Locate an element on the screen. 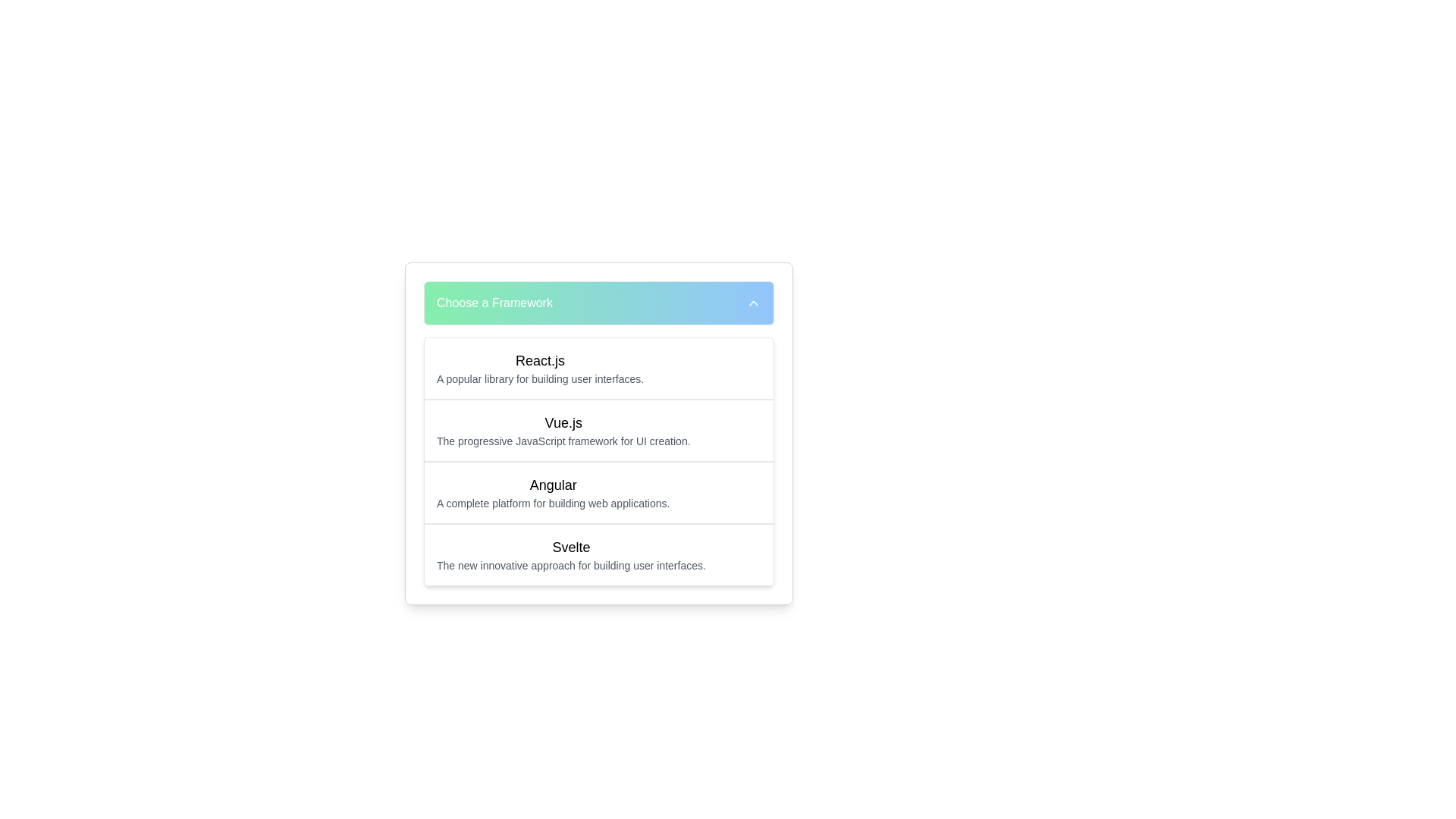 The height and width of the screenshot is (819, 1456). the title text label for 'Vue.js' located in the second item of the framework list, positioned between 'React.js' and 'Angular' is located at coordinates (563, 423).